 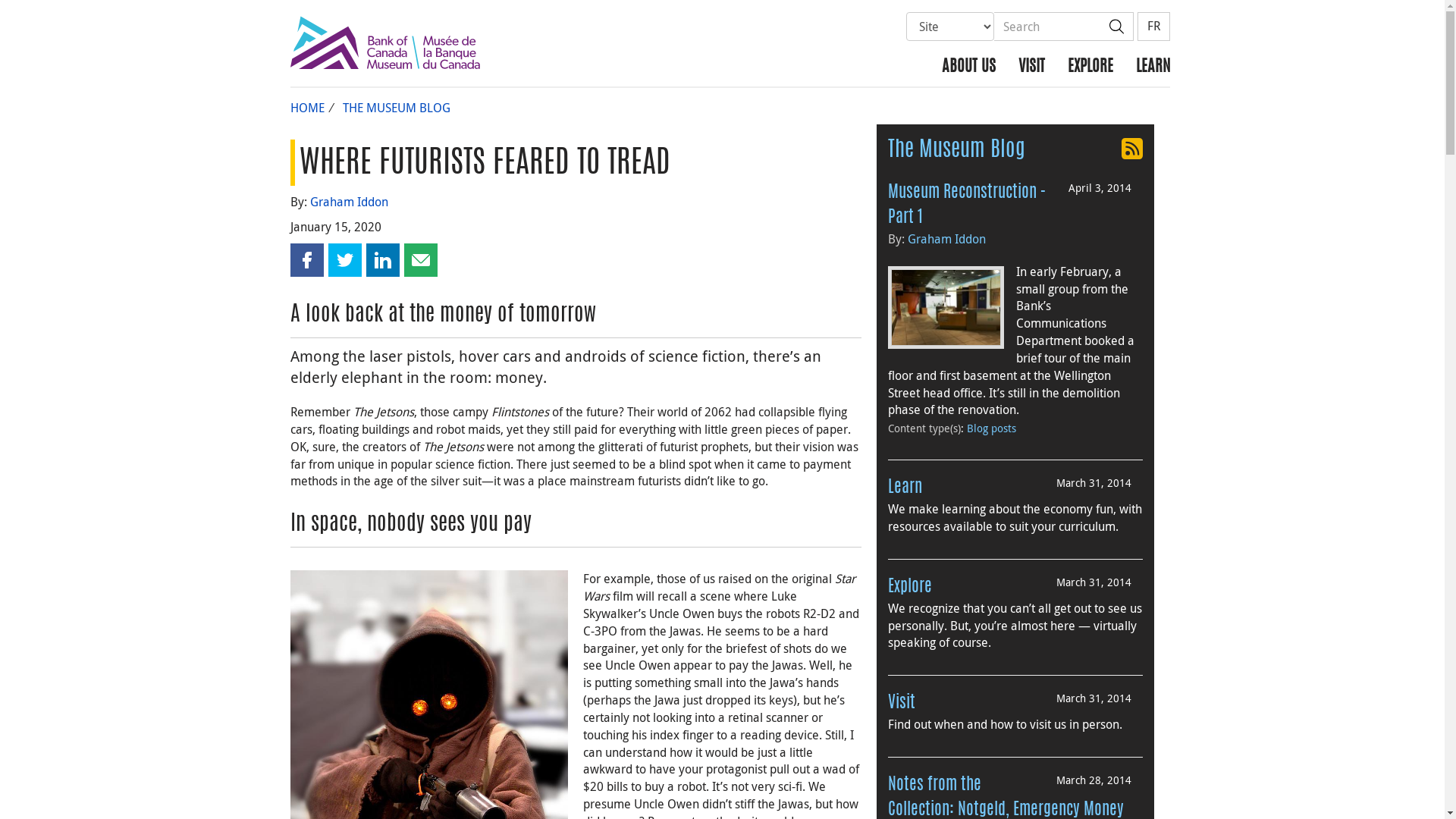 What do you see at coordinates (1046, 26) in the screenshot?
I see `'Search'` at bounding box center [1046, 26].